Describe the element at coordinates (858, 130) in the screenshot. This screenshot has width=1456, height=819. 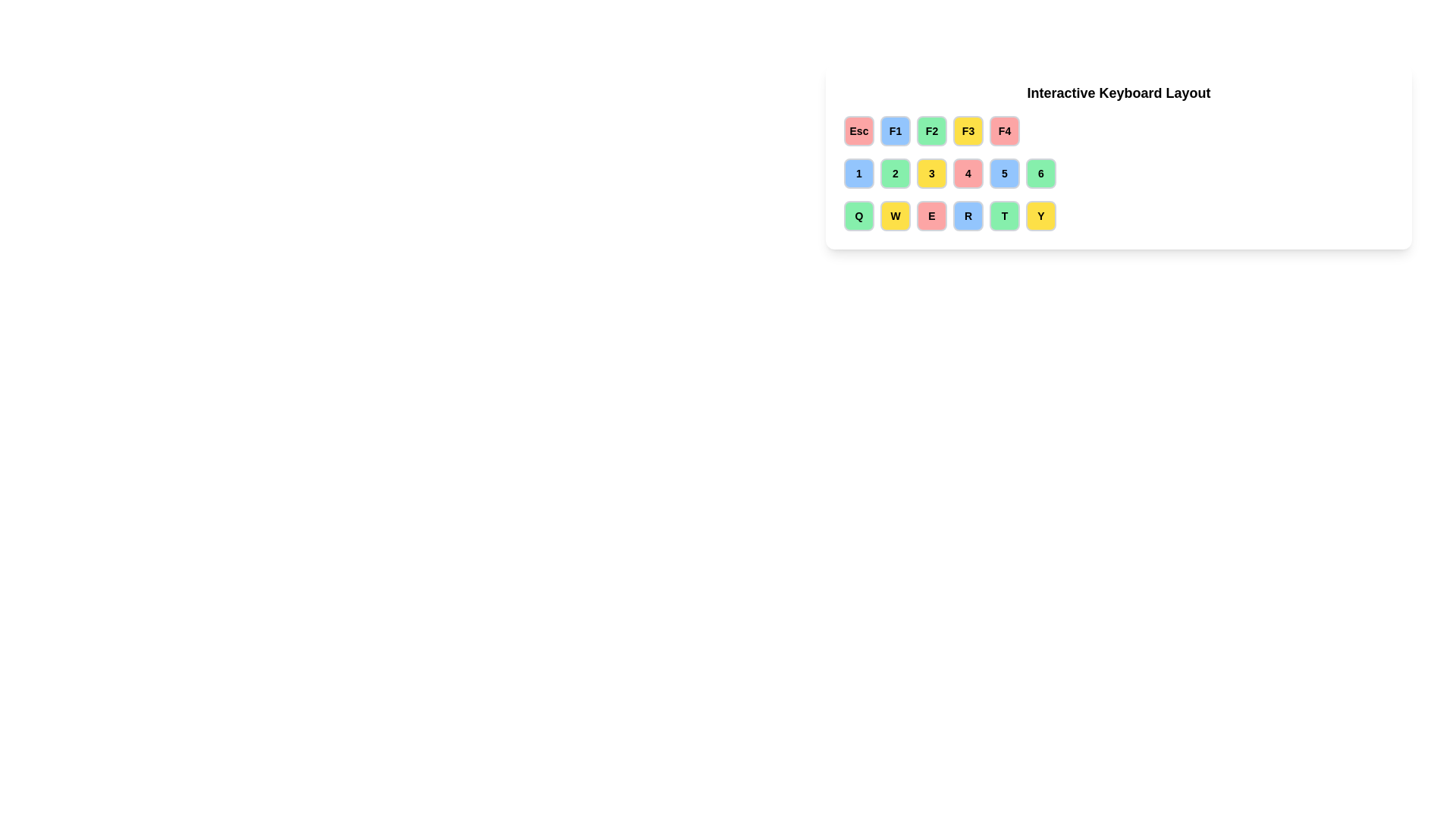
I see `the 'Esc' button, which is a rounded square button with a red background and a gray border, located at the top-left corner of the keyboard layout` at that location.